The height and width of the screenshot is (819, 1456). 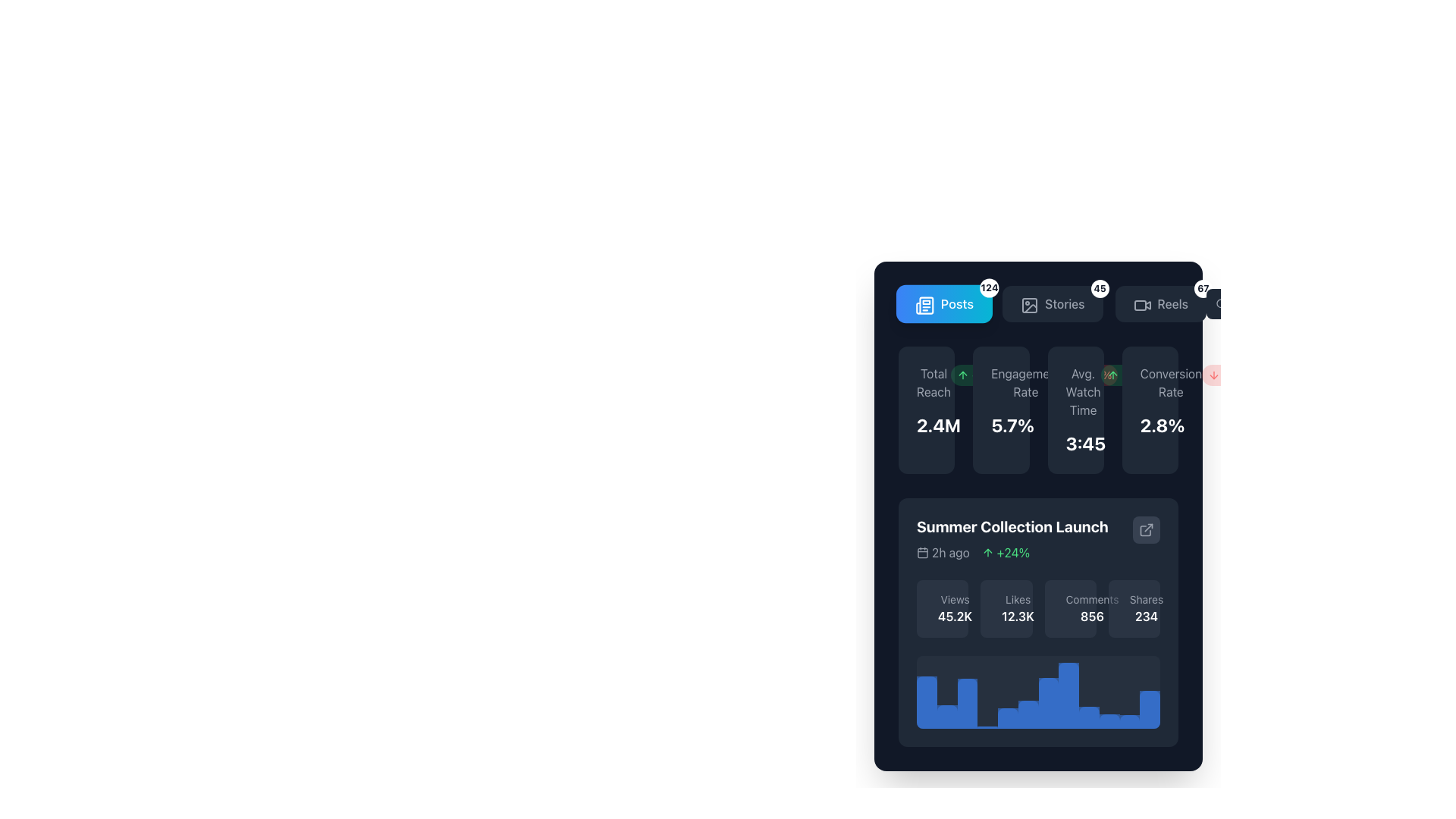 I want to click on the last (twelfth) bar segment of the histogram chart, which is a narrow, vertically oriented light blue bar with a rounded top, so click(x=1150, y=709).